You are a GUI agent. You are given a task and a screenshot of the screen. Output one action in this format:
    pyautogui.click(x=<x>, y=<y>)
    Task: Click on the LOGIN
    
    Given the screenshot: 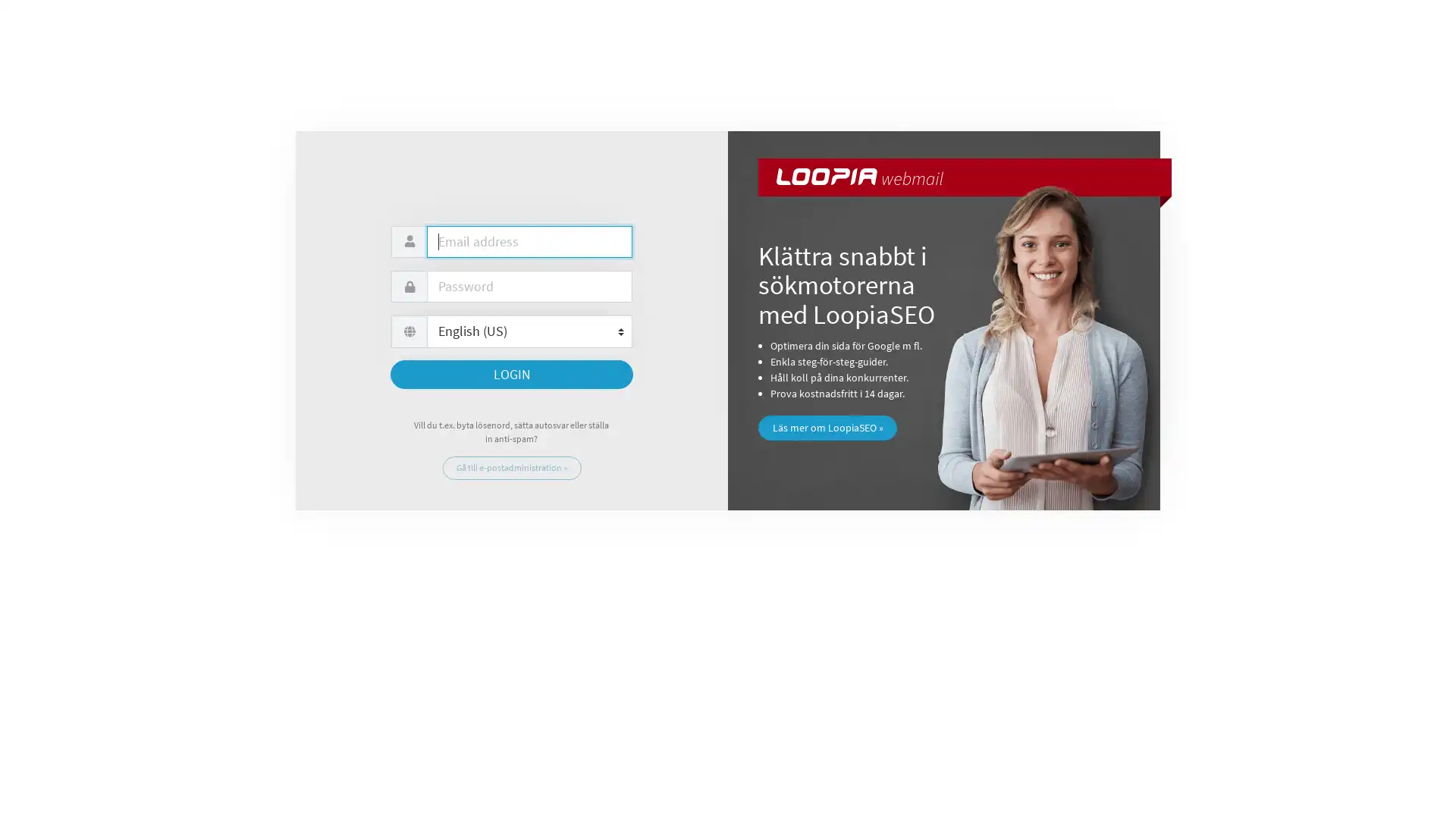 What is the action you would take?
    pyautogui.click(x=512, y=374)
    